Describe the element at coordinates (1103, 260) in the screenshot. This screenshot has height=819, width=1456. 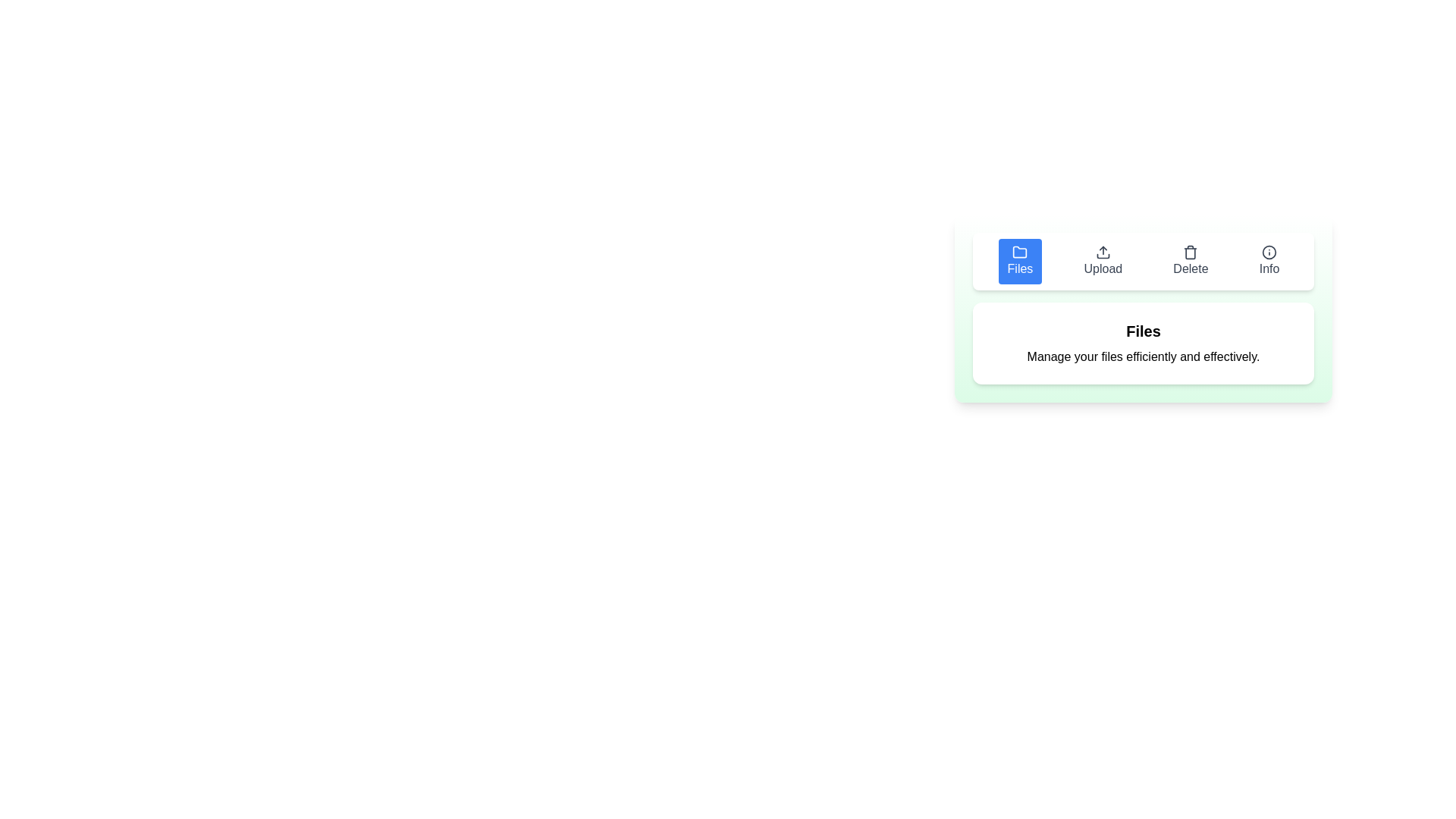
I see `the Upload tab by clicking on it` at that location.